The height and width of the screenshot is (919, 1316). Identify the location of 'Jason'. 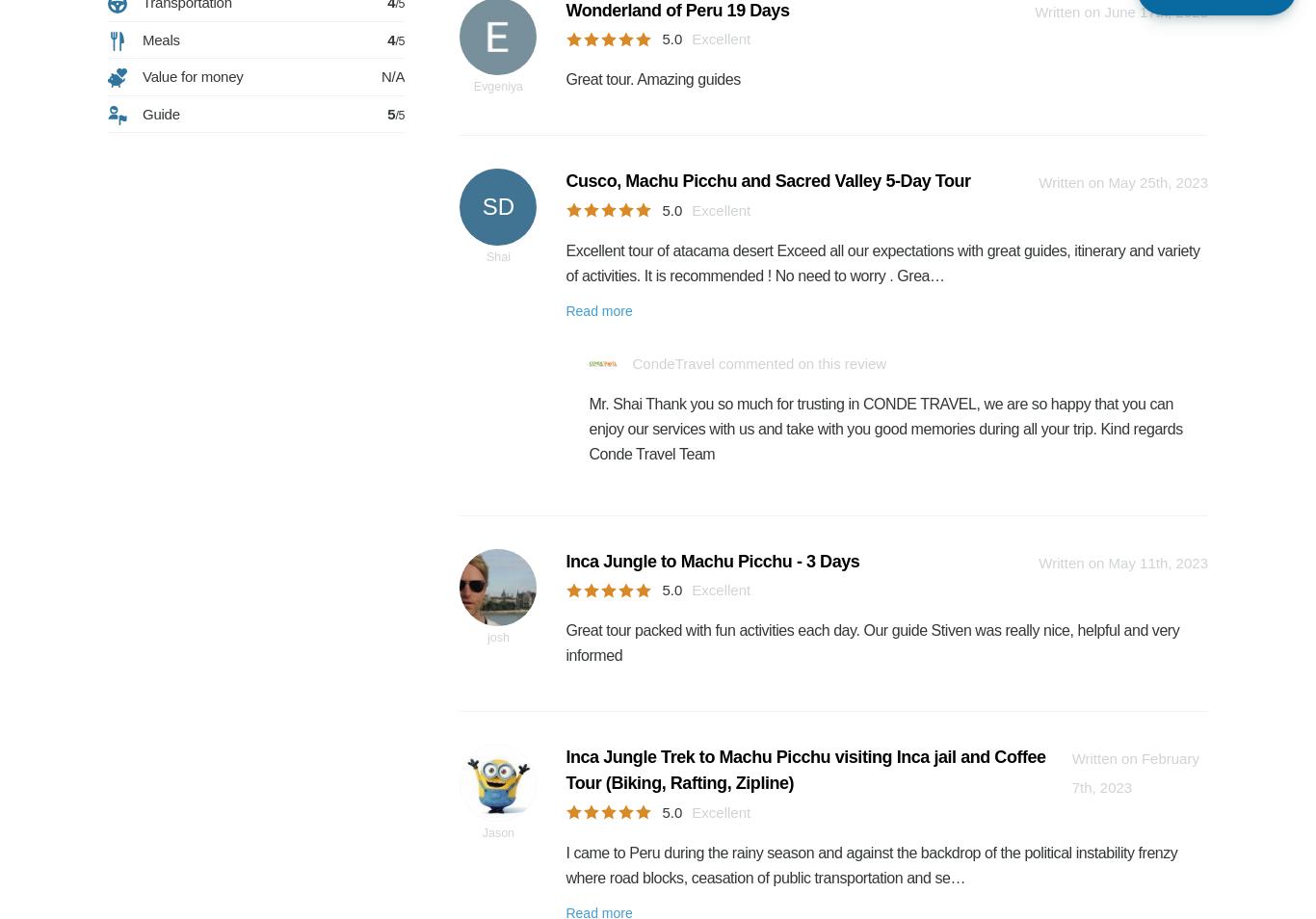
(481, 832).